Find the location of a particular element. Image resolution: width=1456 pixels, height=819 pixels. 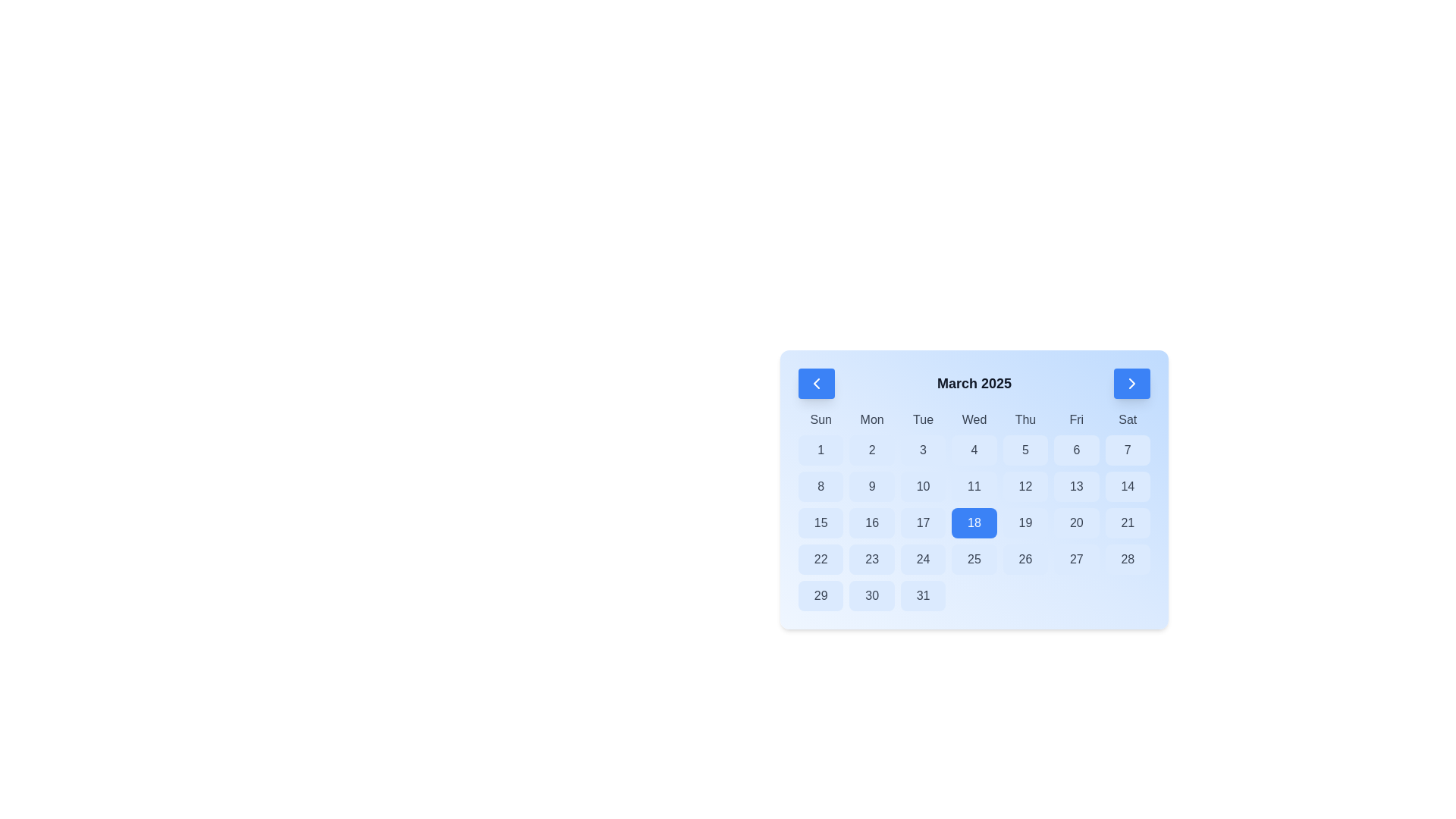

the interactive calendar day button for the 10th day of the month is located at coordinates (922, 486).